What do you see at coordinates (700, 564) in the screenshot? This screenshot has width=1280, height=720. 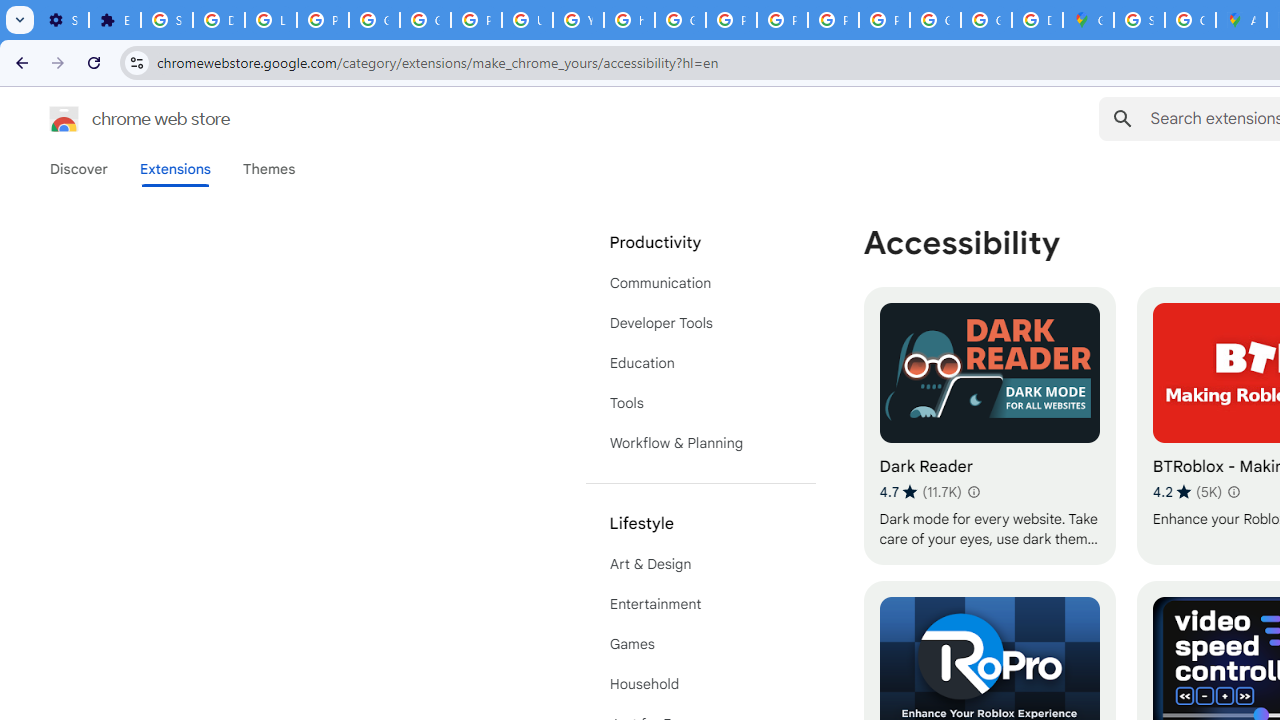 I see `'Art & Design'` at bounding box center [700, 564].